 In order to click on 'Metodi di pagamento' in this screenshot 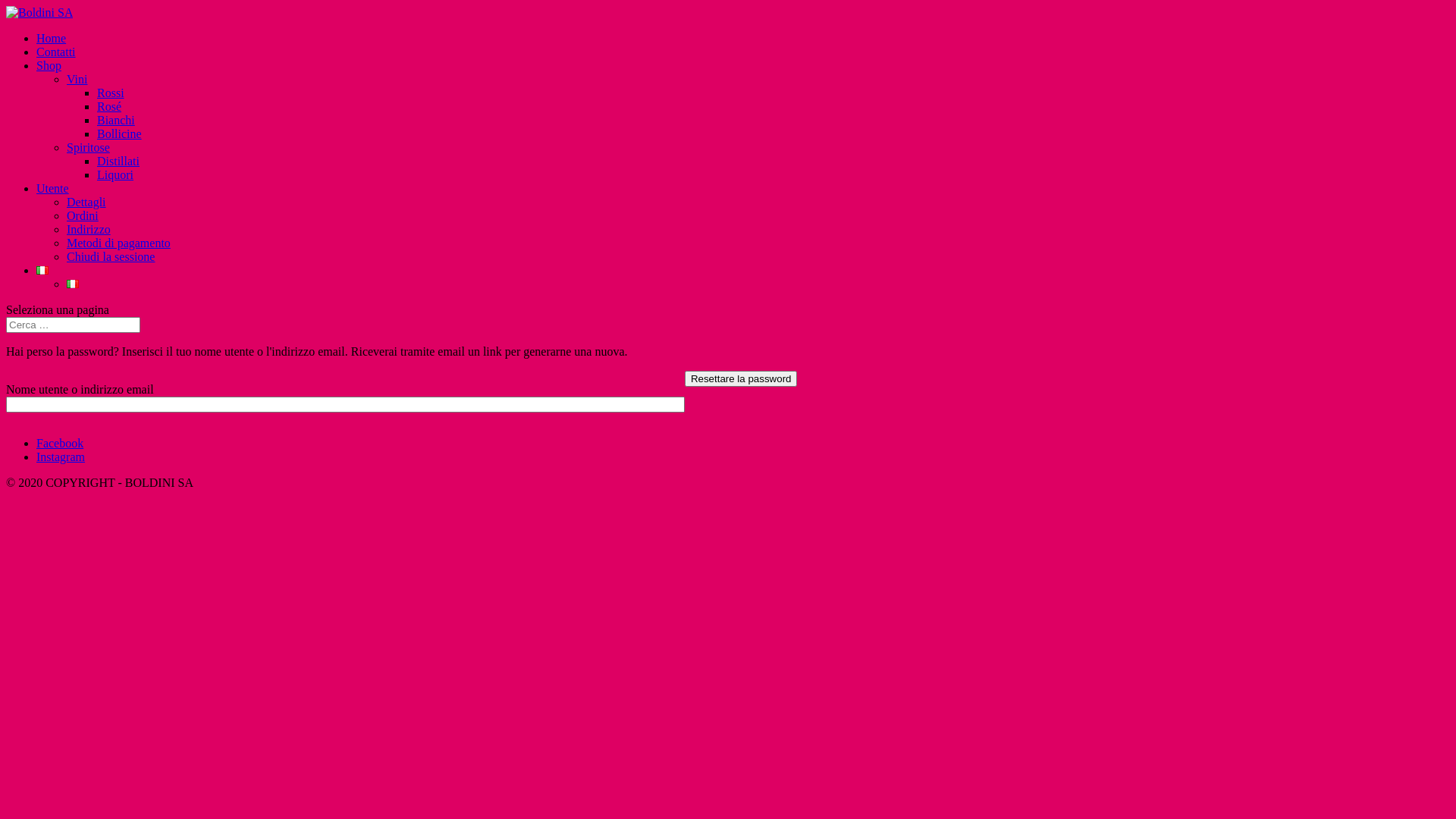, I will do `click(65, 242)`.